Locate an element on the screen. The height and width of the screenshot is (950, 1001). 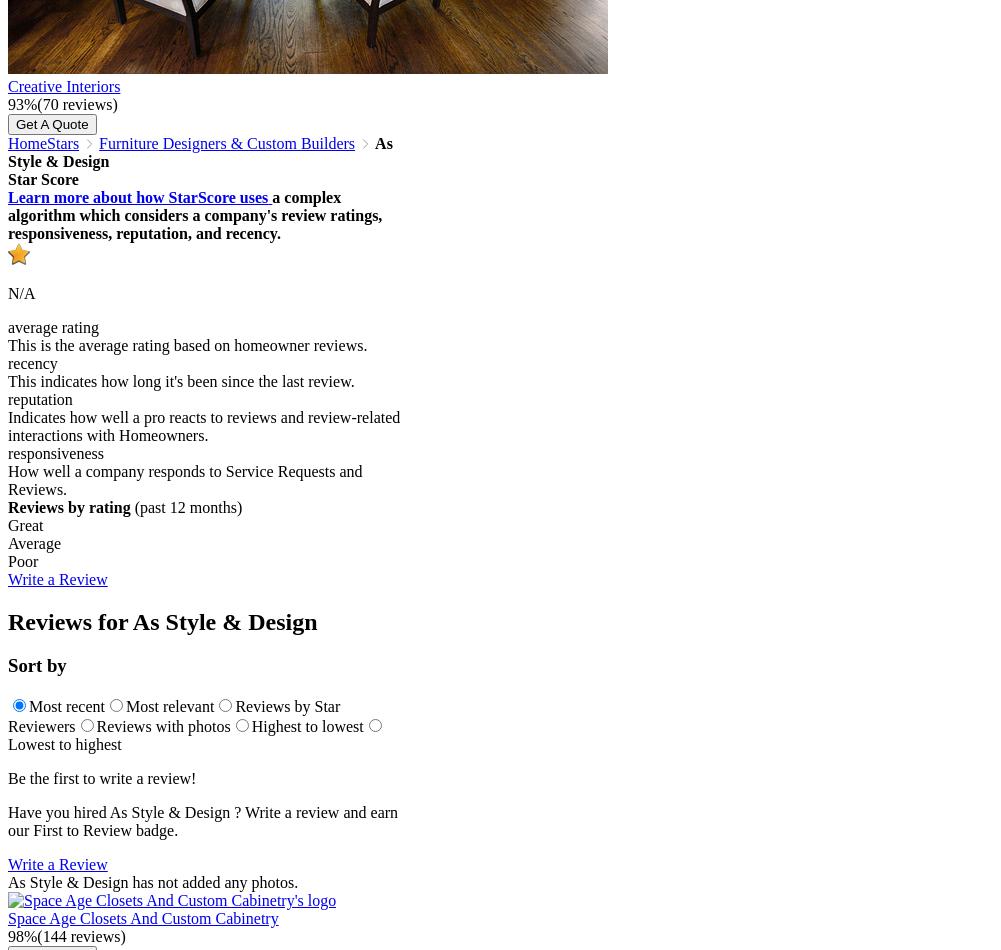
'(past 12 months)' is located at coordinates (129, 506).